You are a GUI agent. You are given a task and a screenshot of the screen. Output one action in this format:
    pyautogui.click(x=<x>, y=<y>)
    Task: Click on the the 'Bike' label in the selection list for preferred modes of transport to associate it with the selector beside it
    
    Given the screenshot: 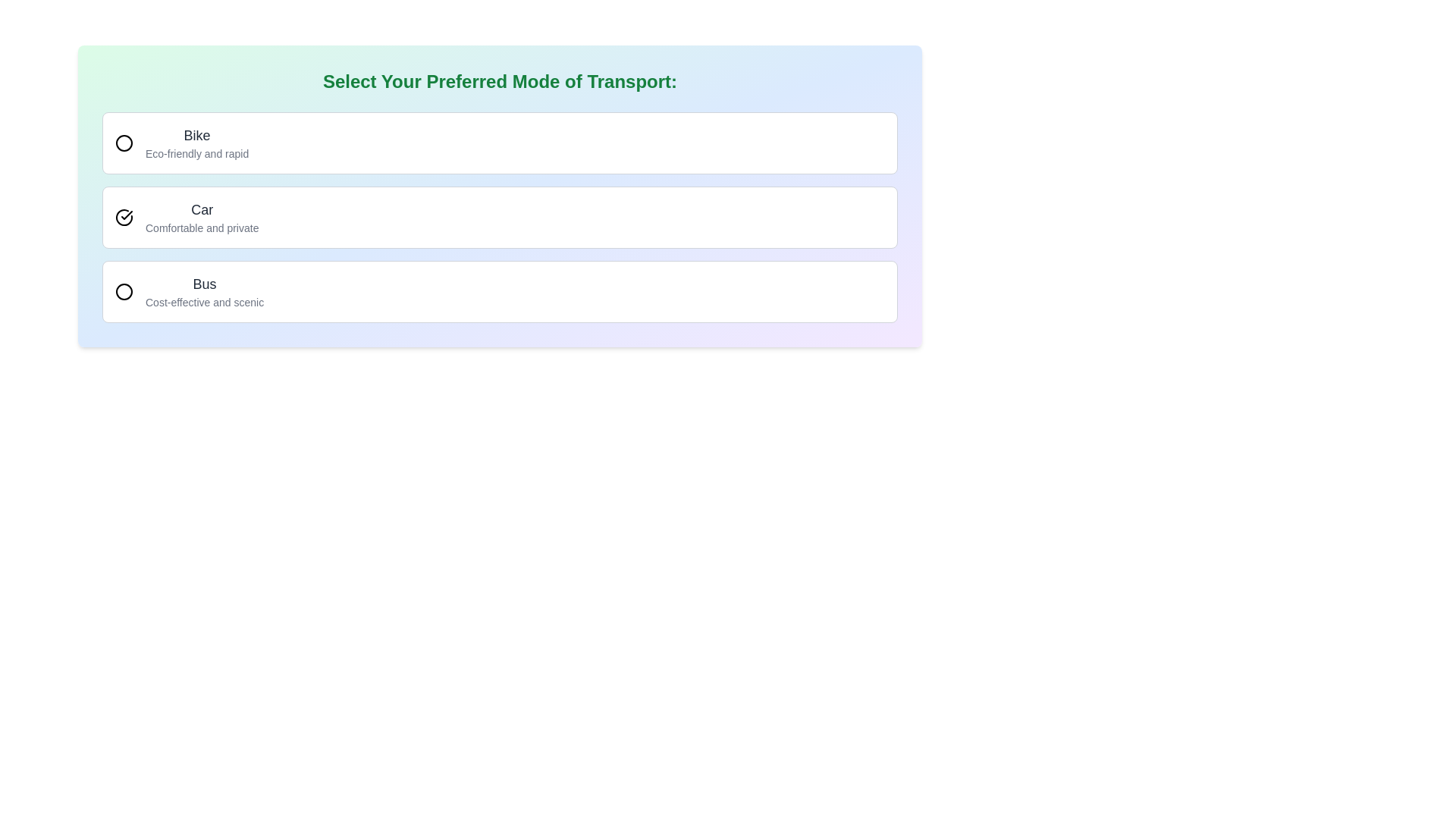 What is the action you would take?
    pyautogui.click(x=196, y=143)
    